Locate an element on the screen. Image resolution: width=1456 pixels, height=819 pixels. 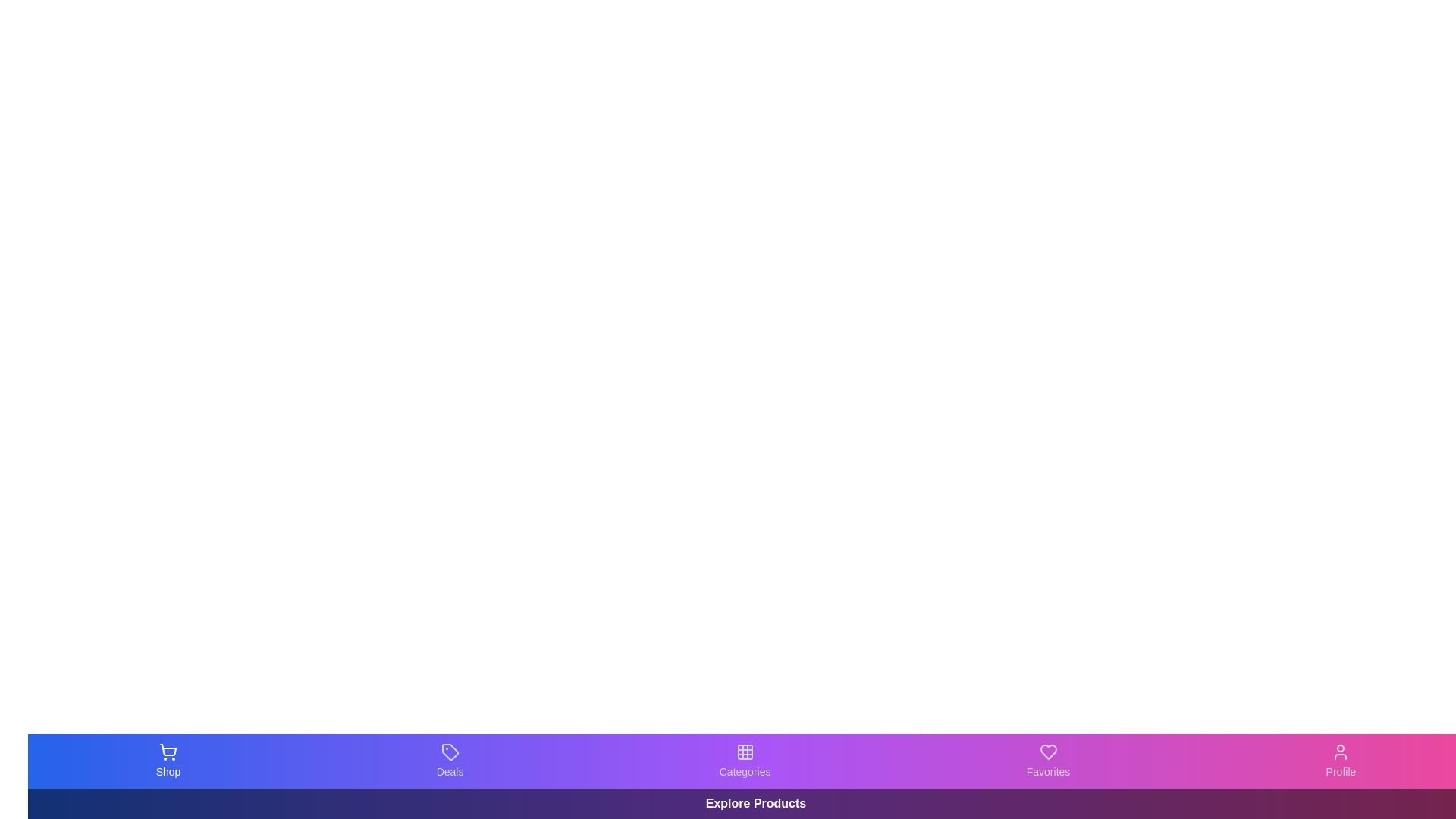
the Favorites tab in the bottom navigation bar is located at coordinates (1047, 761).